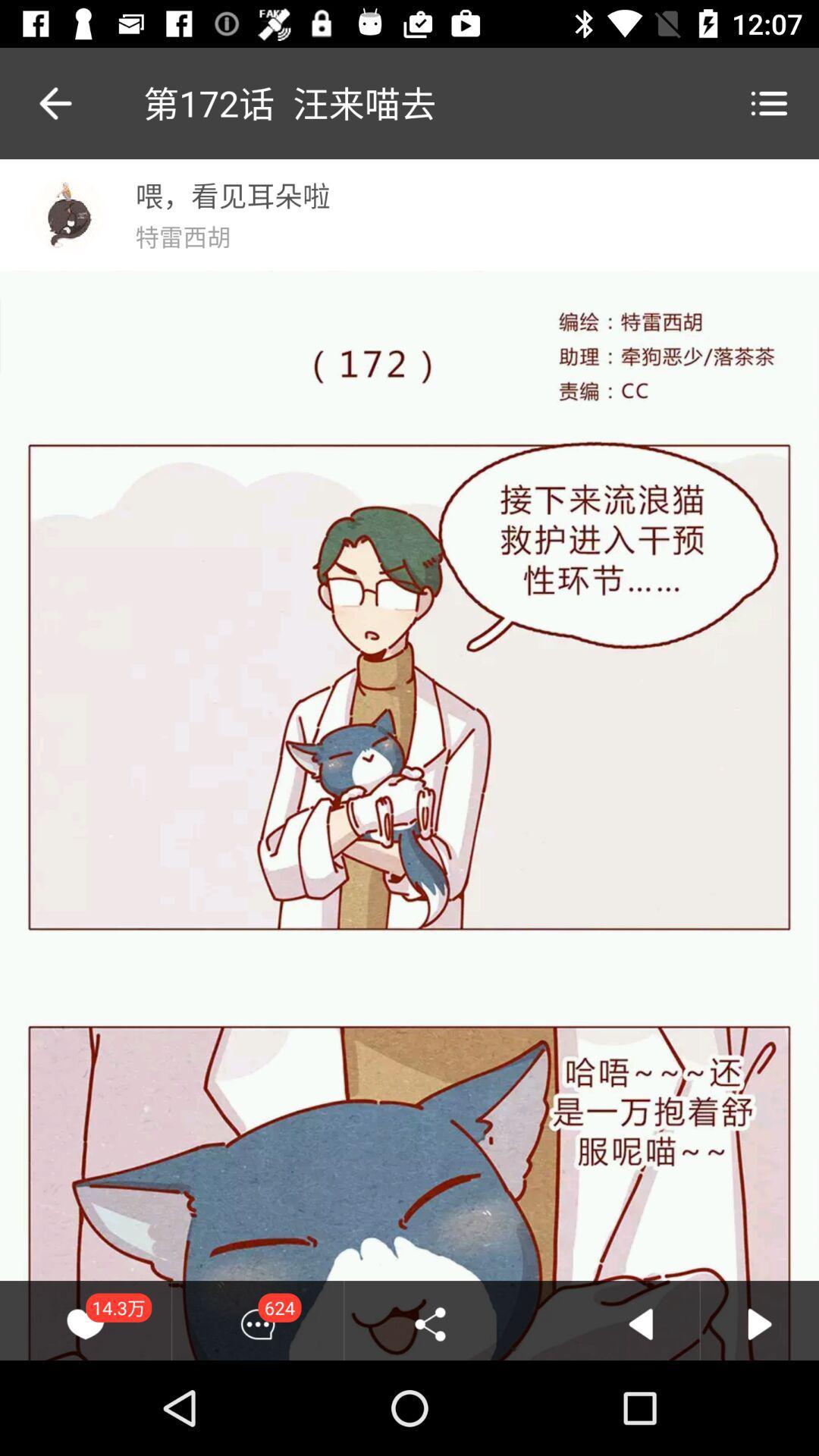 This screenshot has width=819, height=1456. I want to click on the list icon, so click(769, 102).